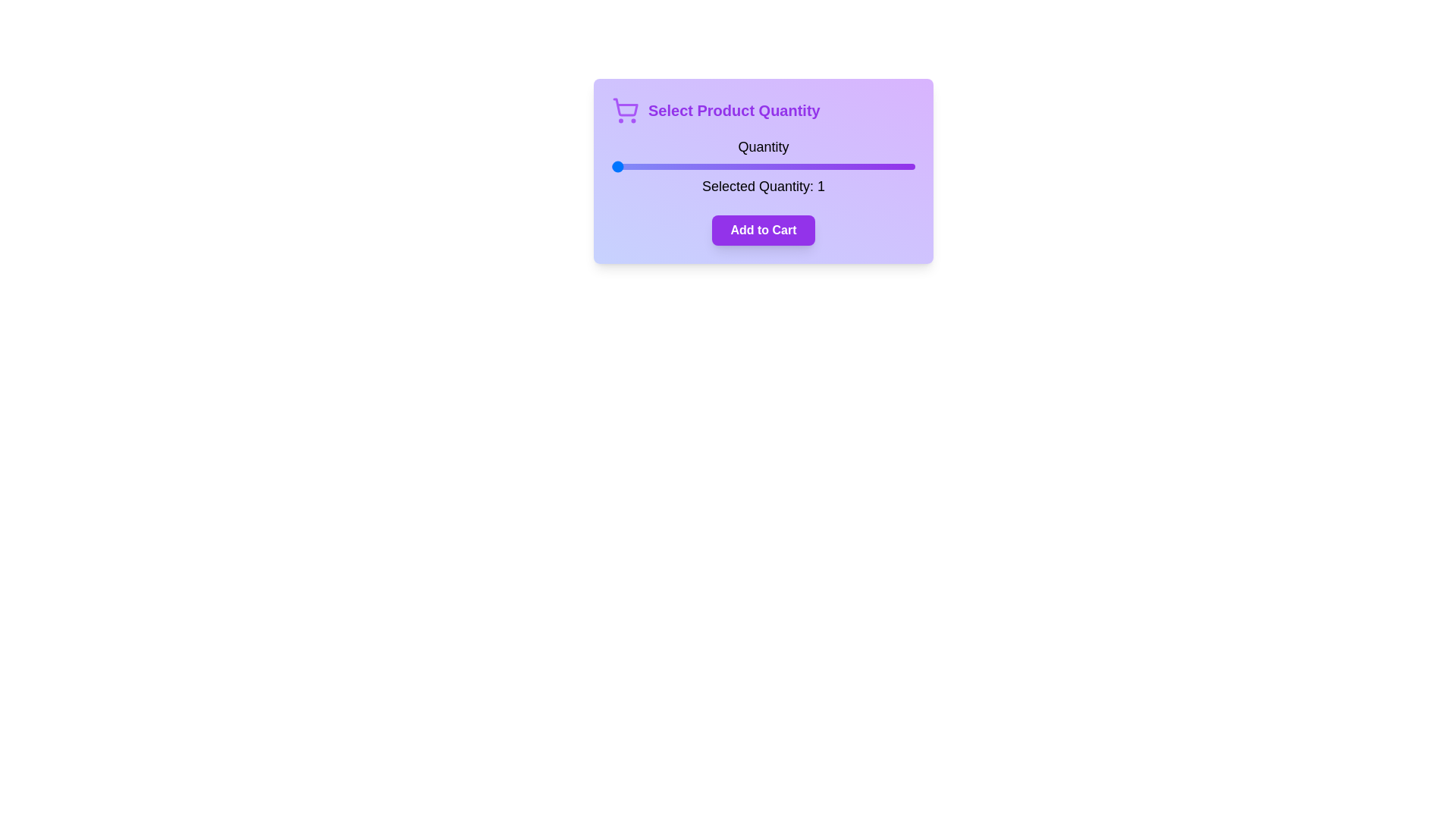  What do you see at coordinates (764, 231) in the screenshot?
I see `the 'Add to Cart' button to confirm the selected quantity` at bounding box center [764, 231].